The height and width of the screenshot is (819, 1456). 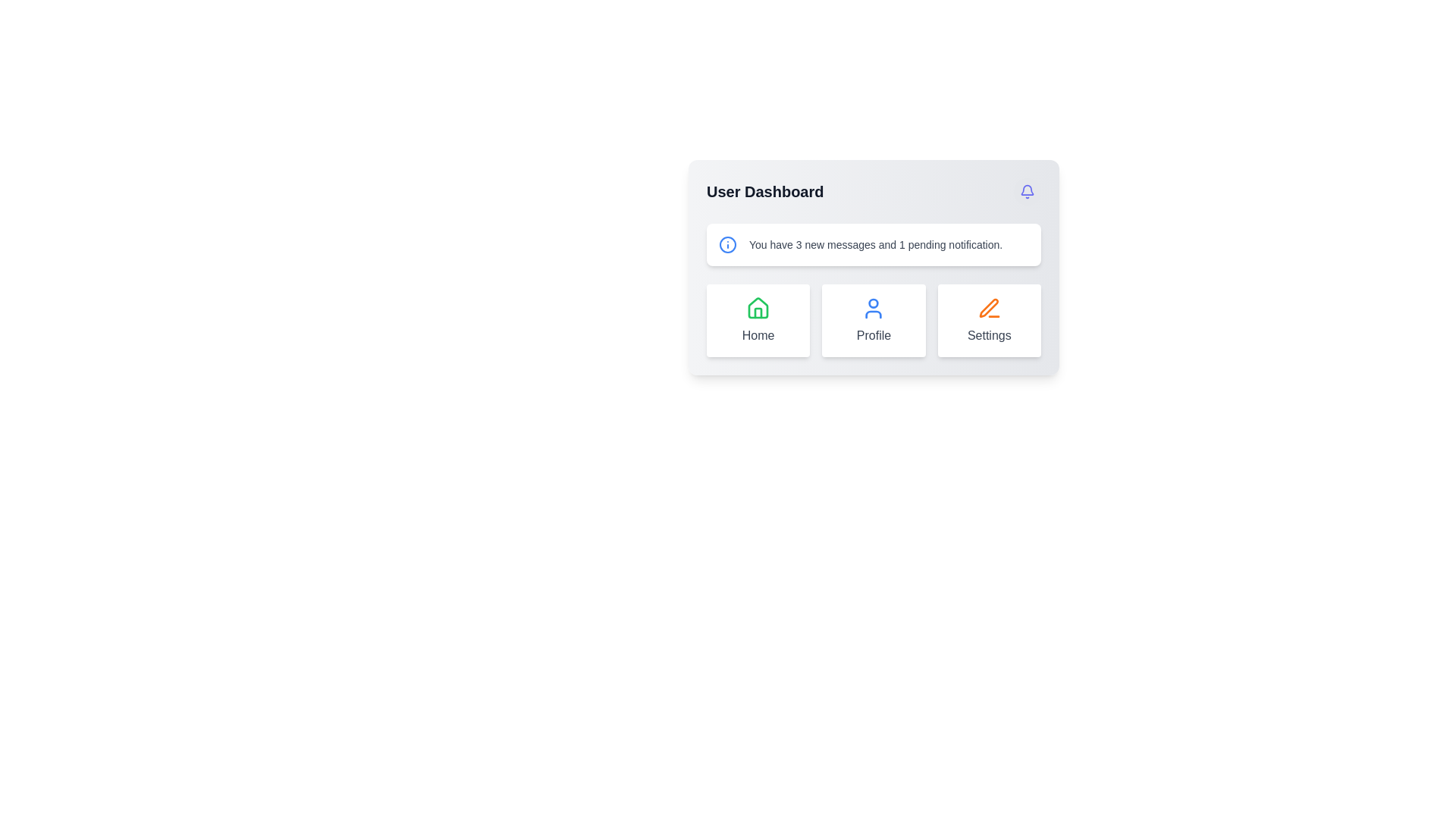 I want to click on the Card element styled with a white background, rounded corners, and a blue user icon at the top, containing the text 'Profile' in gray, located in the center slot of a three-column grid, so click(x=874, y=320).